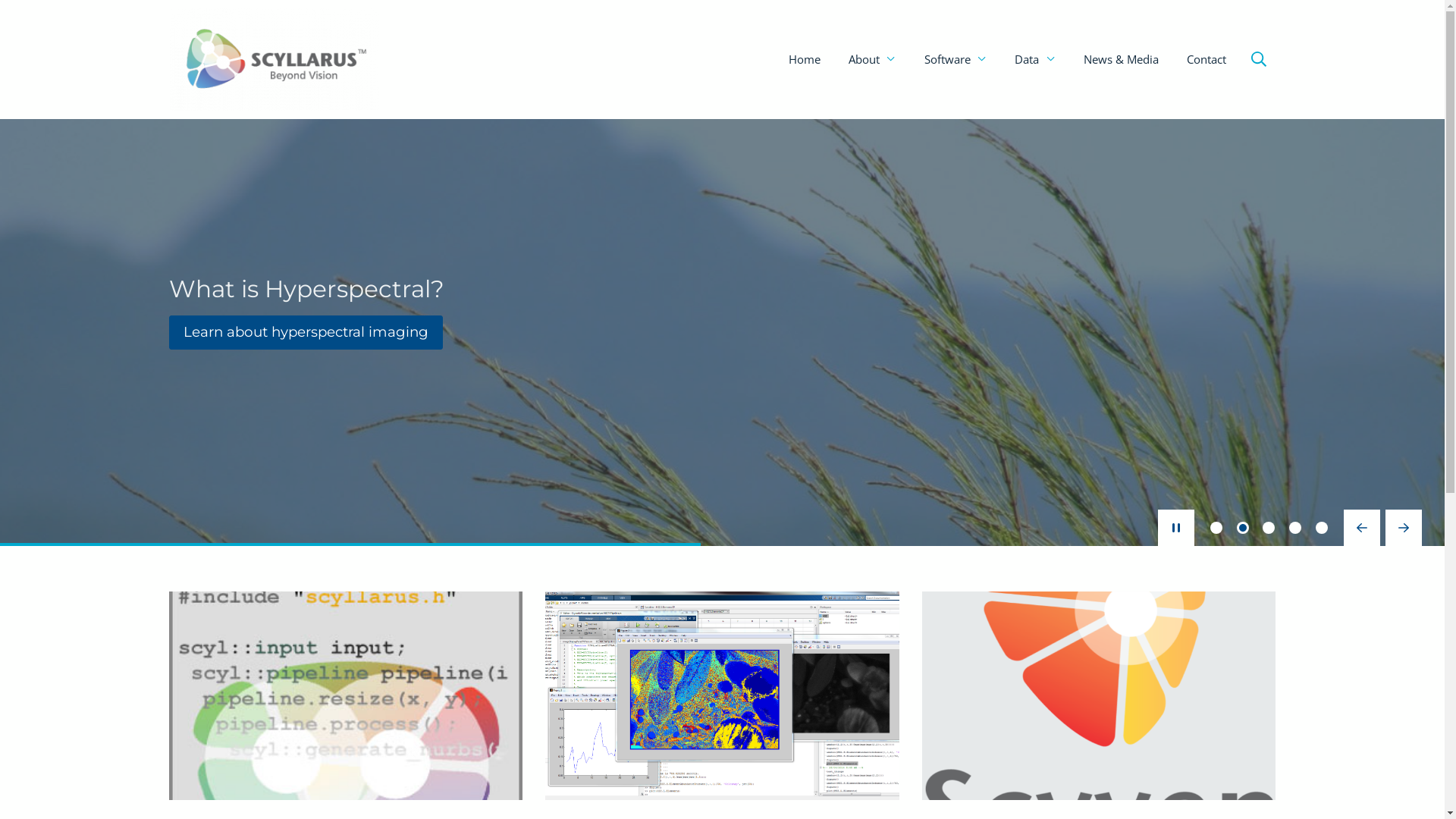  What do you see at coordinates (1205, 58) in the screenshot?
I see `'Contact'` at bounding box center [1205, 58].